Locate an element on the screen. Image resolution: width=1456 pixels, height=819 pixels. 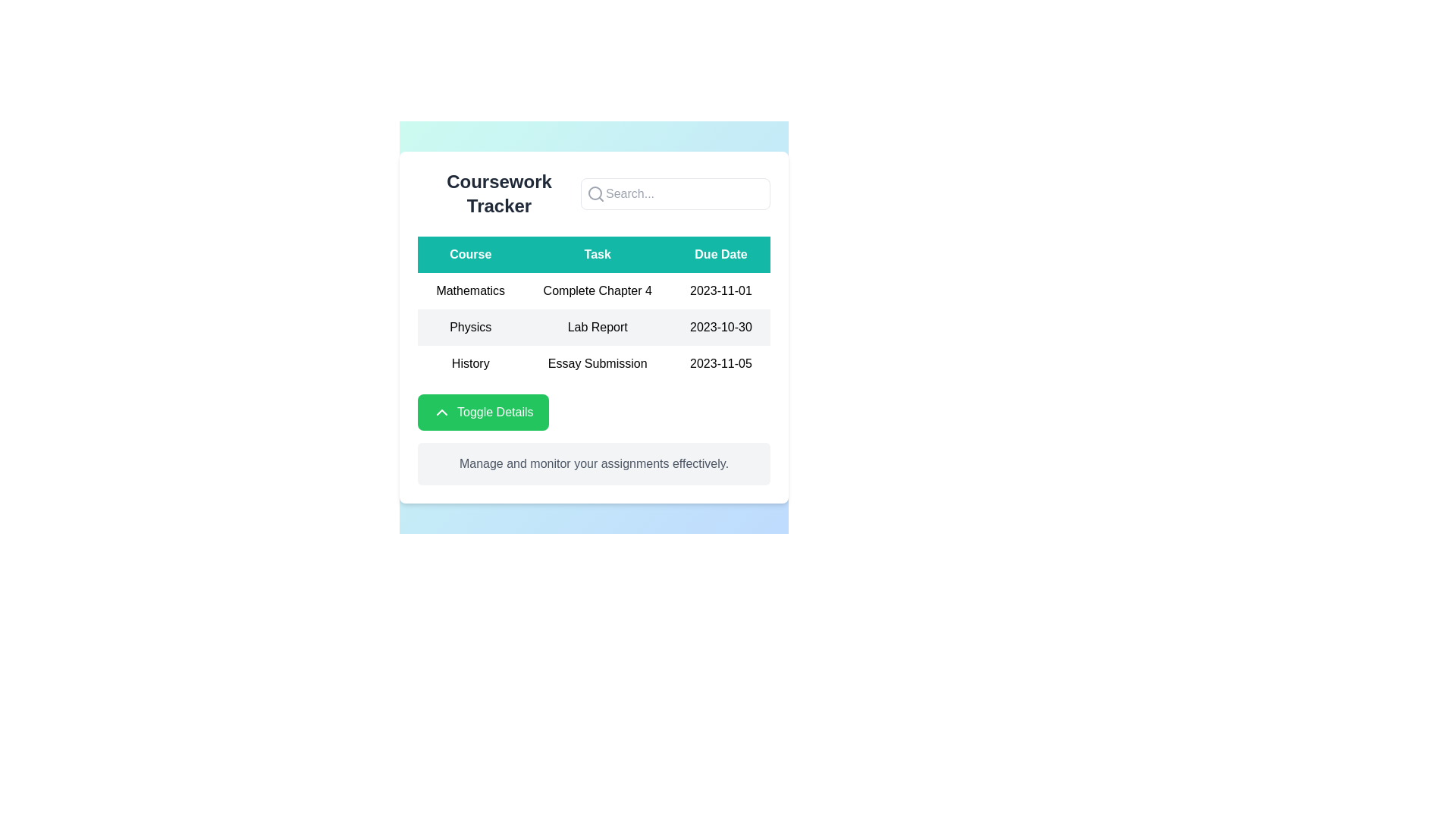
information displayed in the centrally located Coursework Tracker table, which includes details about coursework such as course name, task description, and due date is located at coordinates (593, 309).